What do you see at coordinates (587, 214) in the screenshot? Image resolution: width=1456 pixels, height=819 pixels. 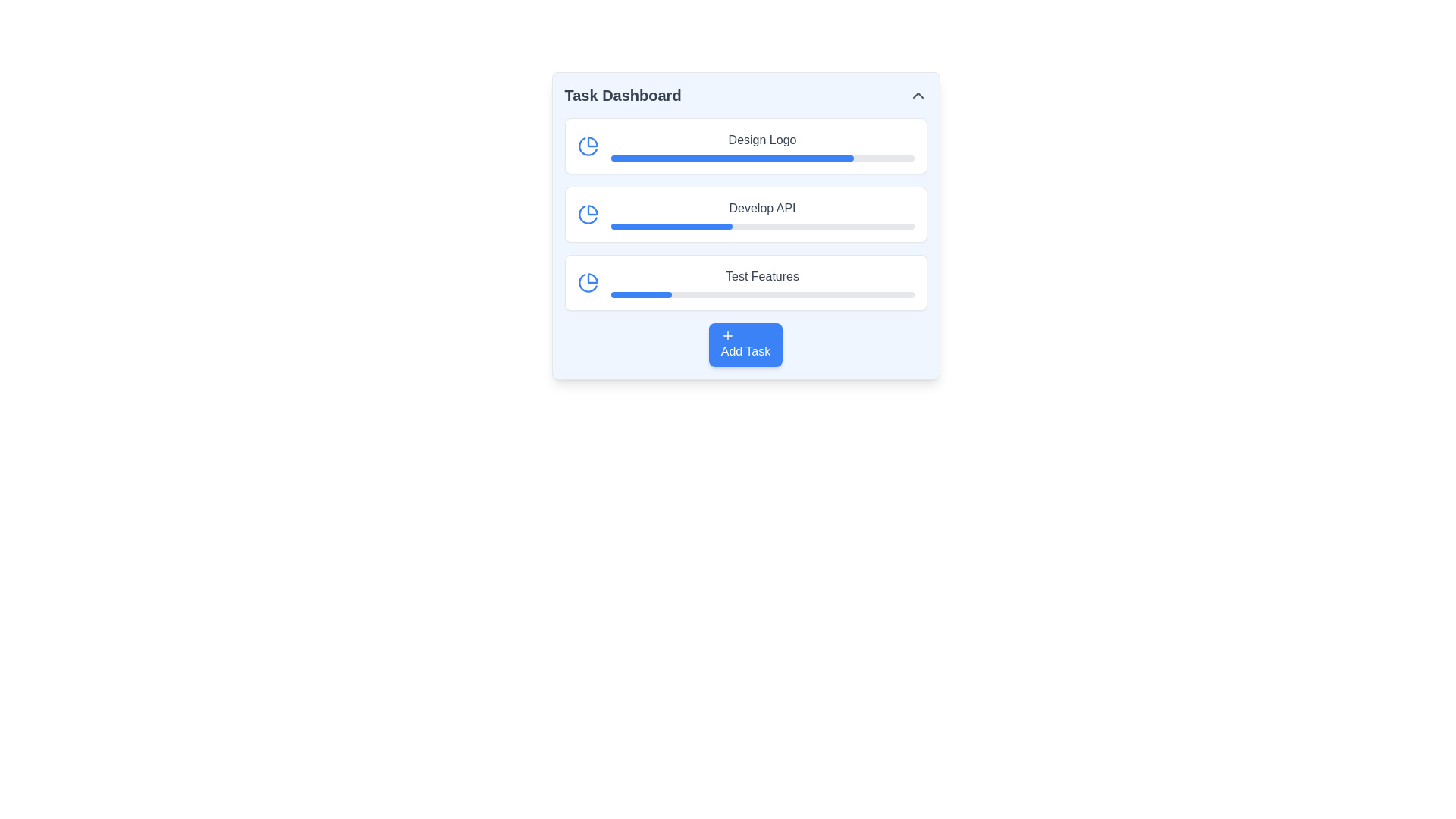 I see `the decorative icon representing the 'Develop API' task located to the left of the text and above the progress bar` at bounding box center [587, 214].